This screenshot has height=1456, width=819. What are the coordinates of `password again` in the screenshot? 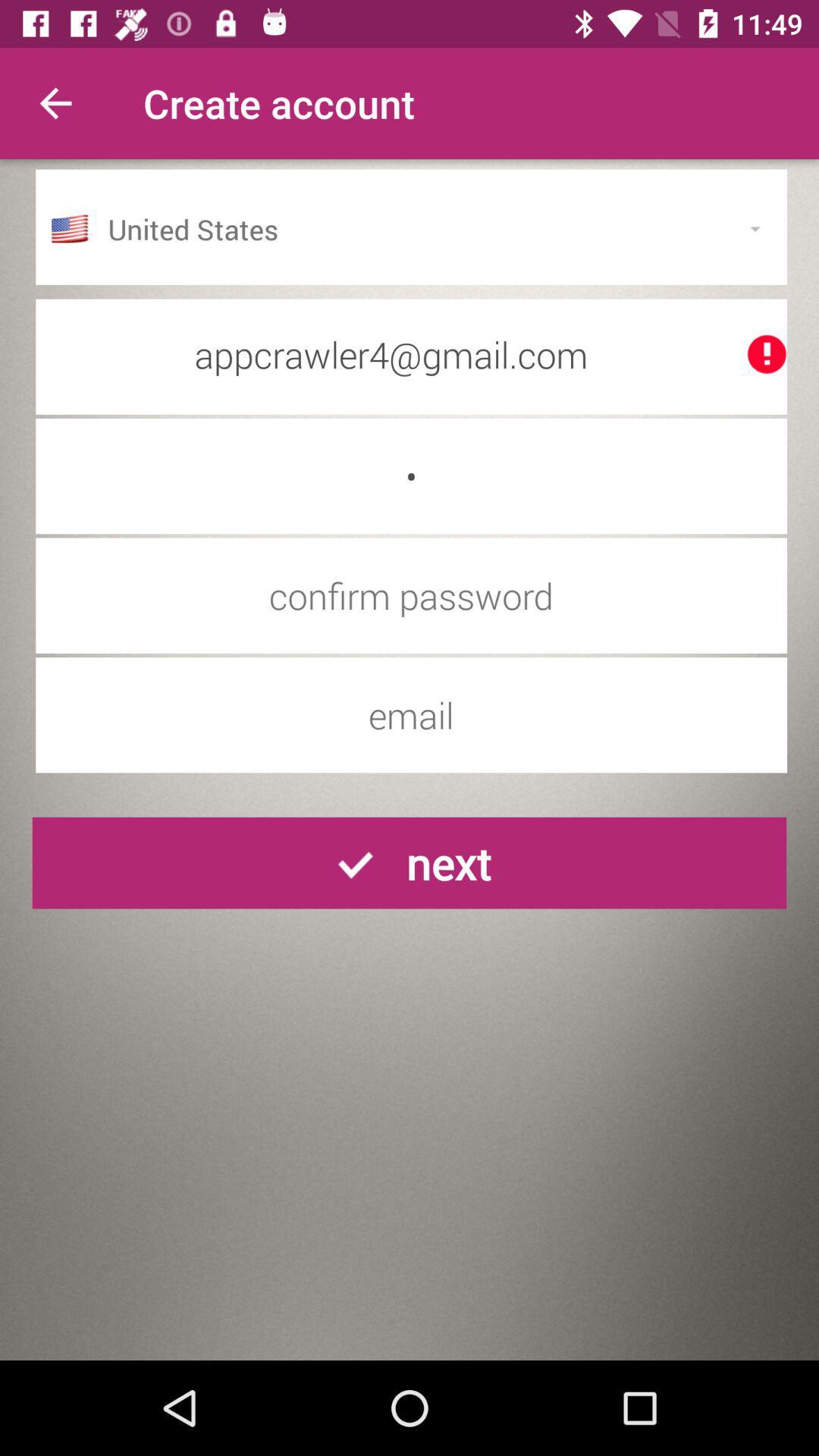 It's located at (411, 595).